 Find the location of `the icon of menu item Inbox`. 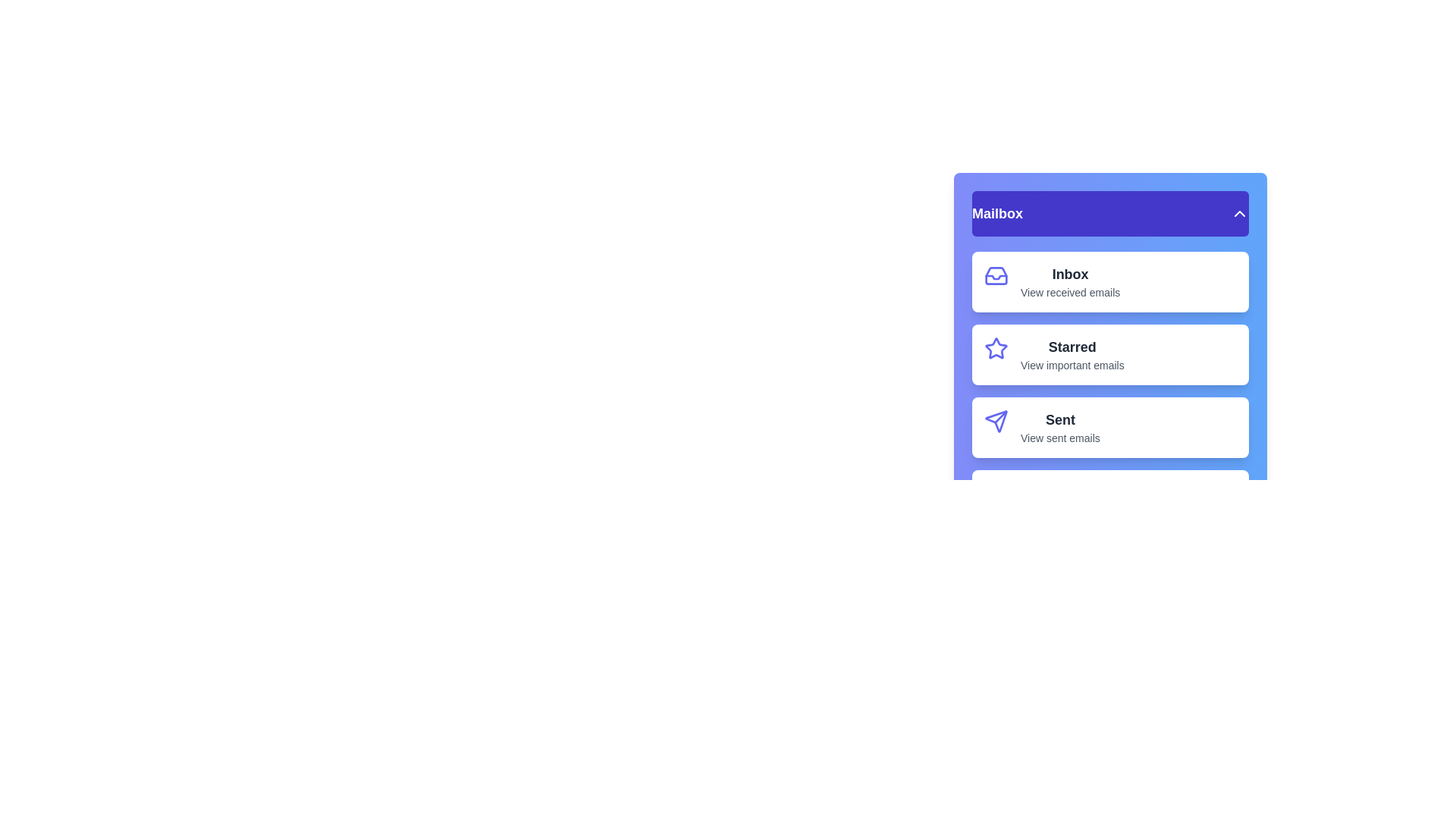

the icon of menu item Inbox is located at coordinates (996, 275).